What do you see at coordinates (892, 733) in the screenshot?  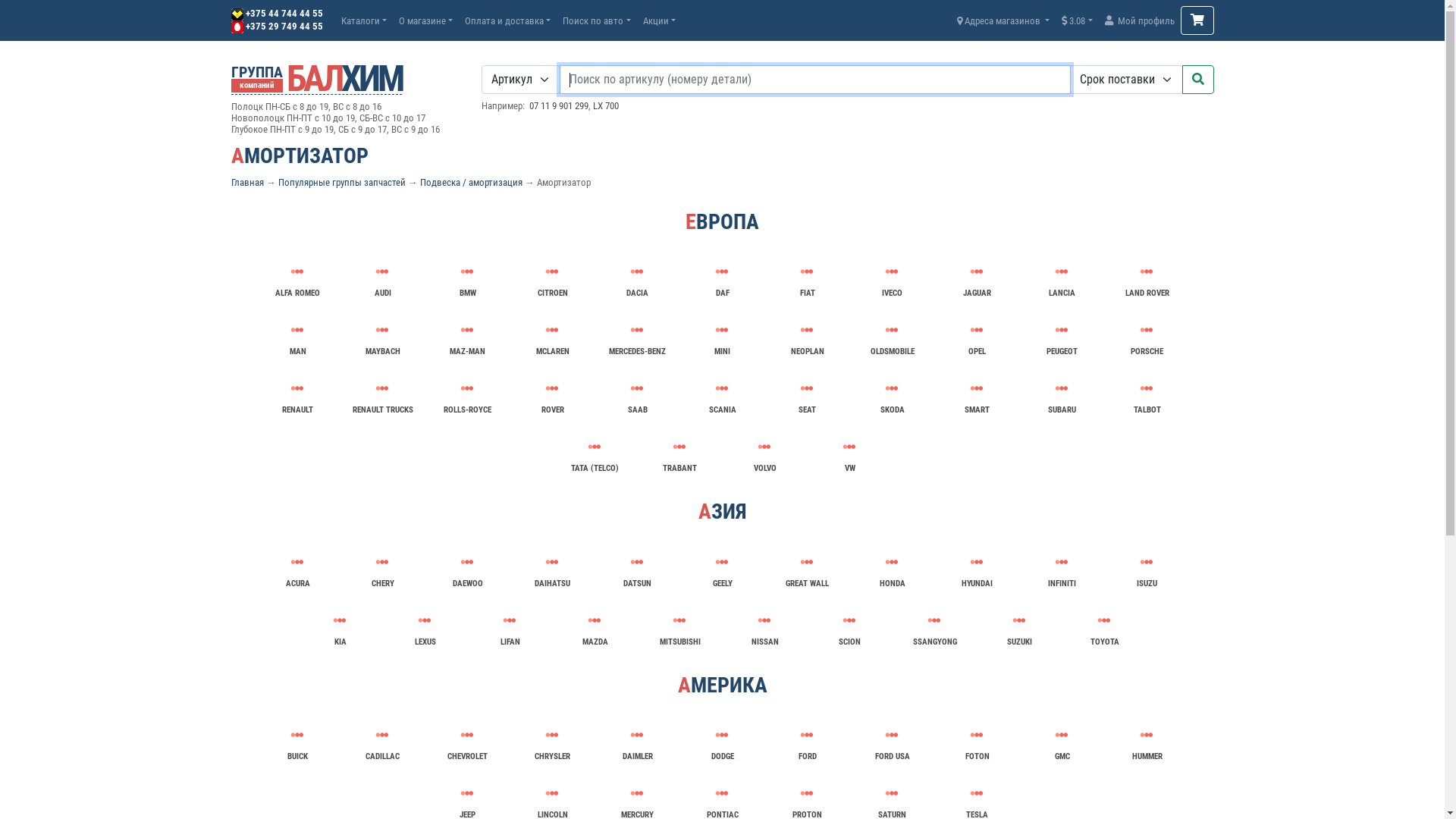 I see `'FORD USA'` at bounding box center [892, 733].